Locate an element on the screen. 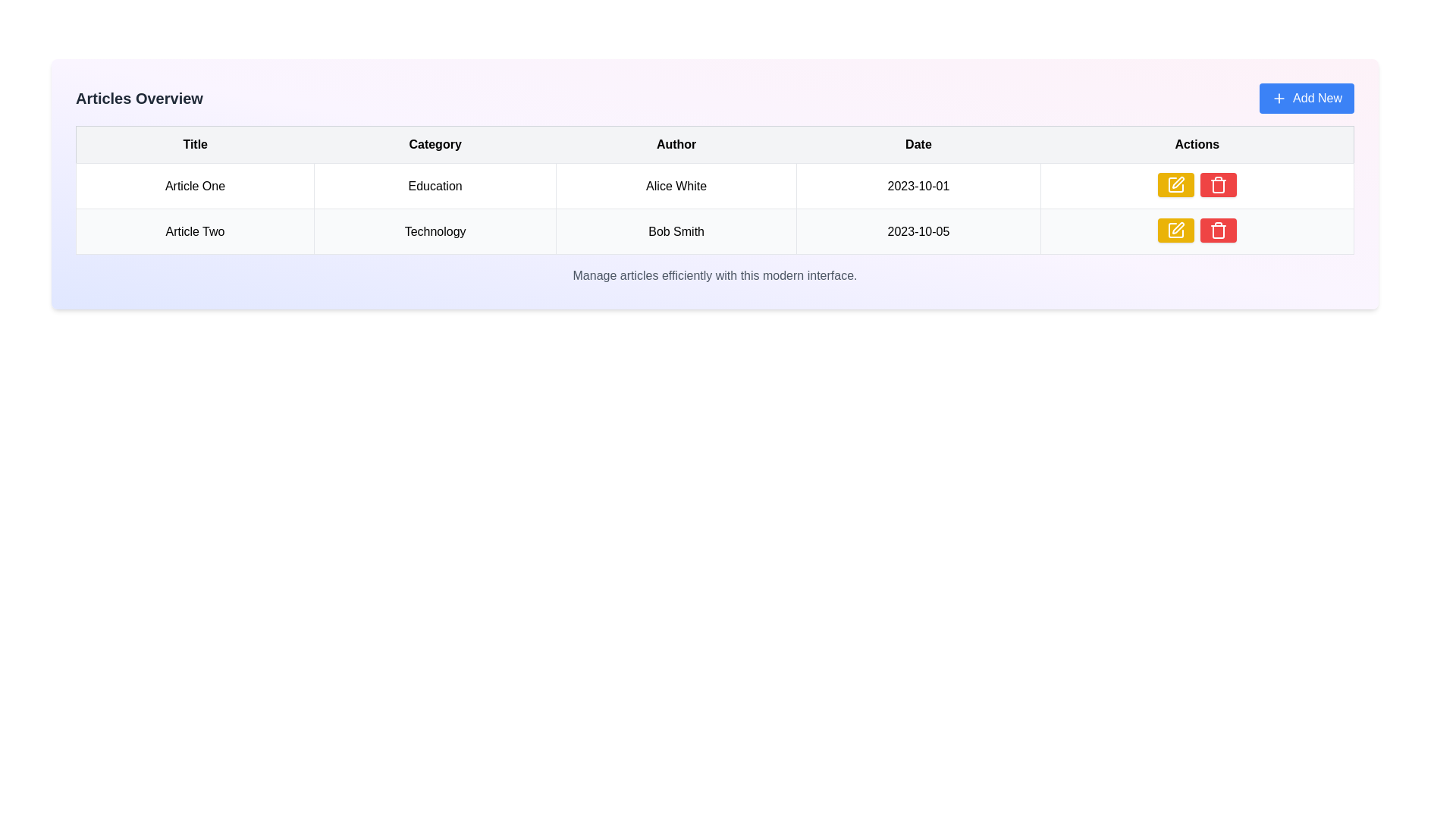 This screenshot has width=1456, height=819. the pen icon in the 'Actions' section of the second row in the table to initiate editing is located at coordinates (1177, 227).